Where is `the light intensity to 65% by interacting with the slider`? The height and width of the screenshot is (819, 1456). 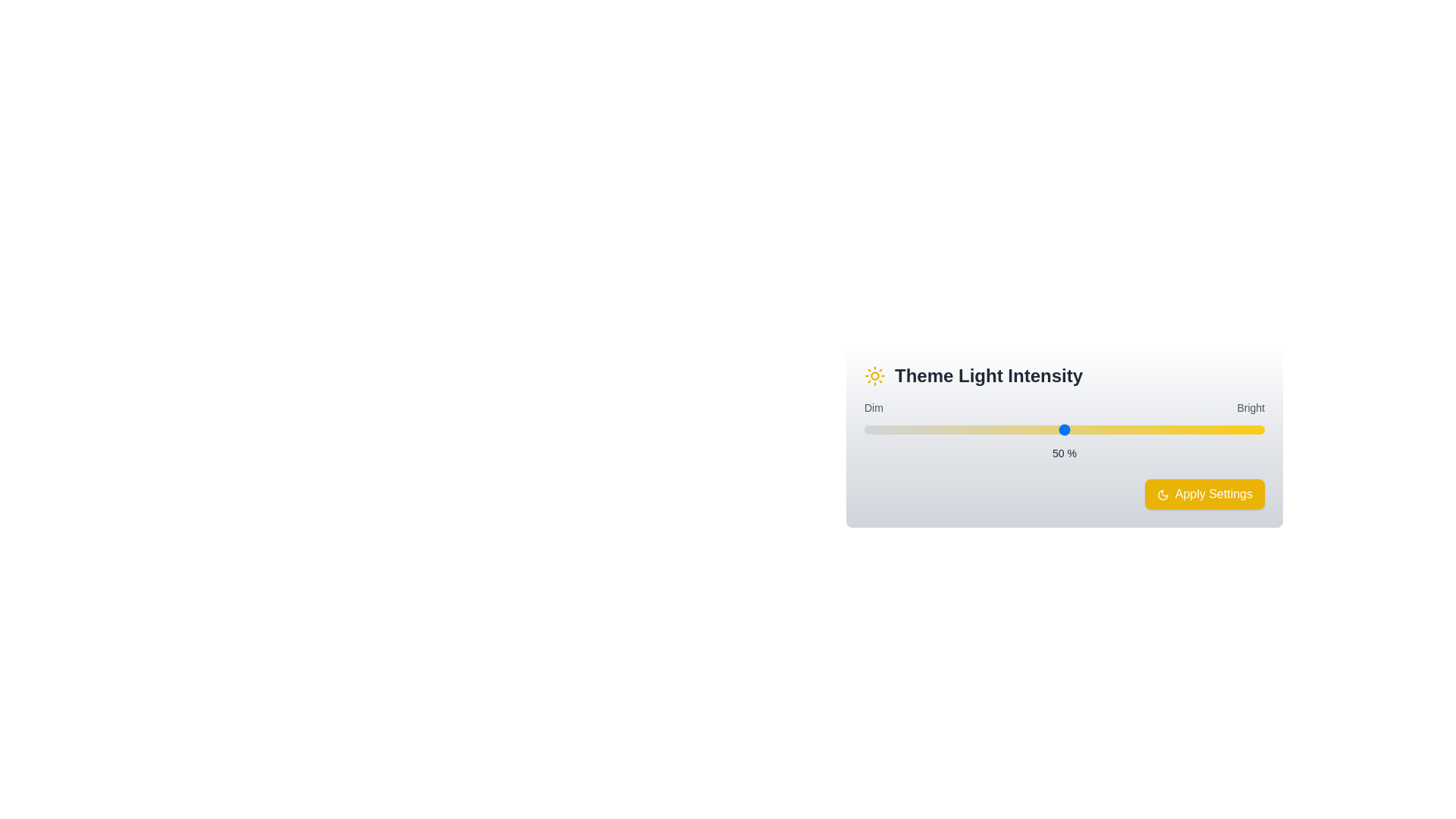 the light intensity to 65% by interacting with the slider is located at coordinates (1125, 430).